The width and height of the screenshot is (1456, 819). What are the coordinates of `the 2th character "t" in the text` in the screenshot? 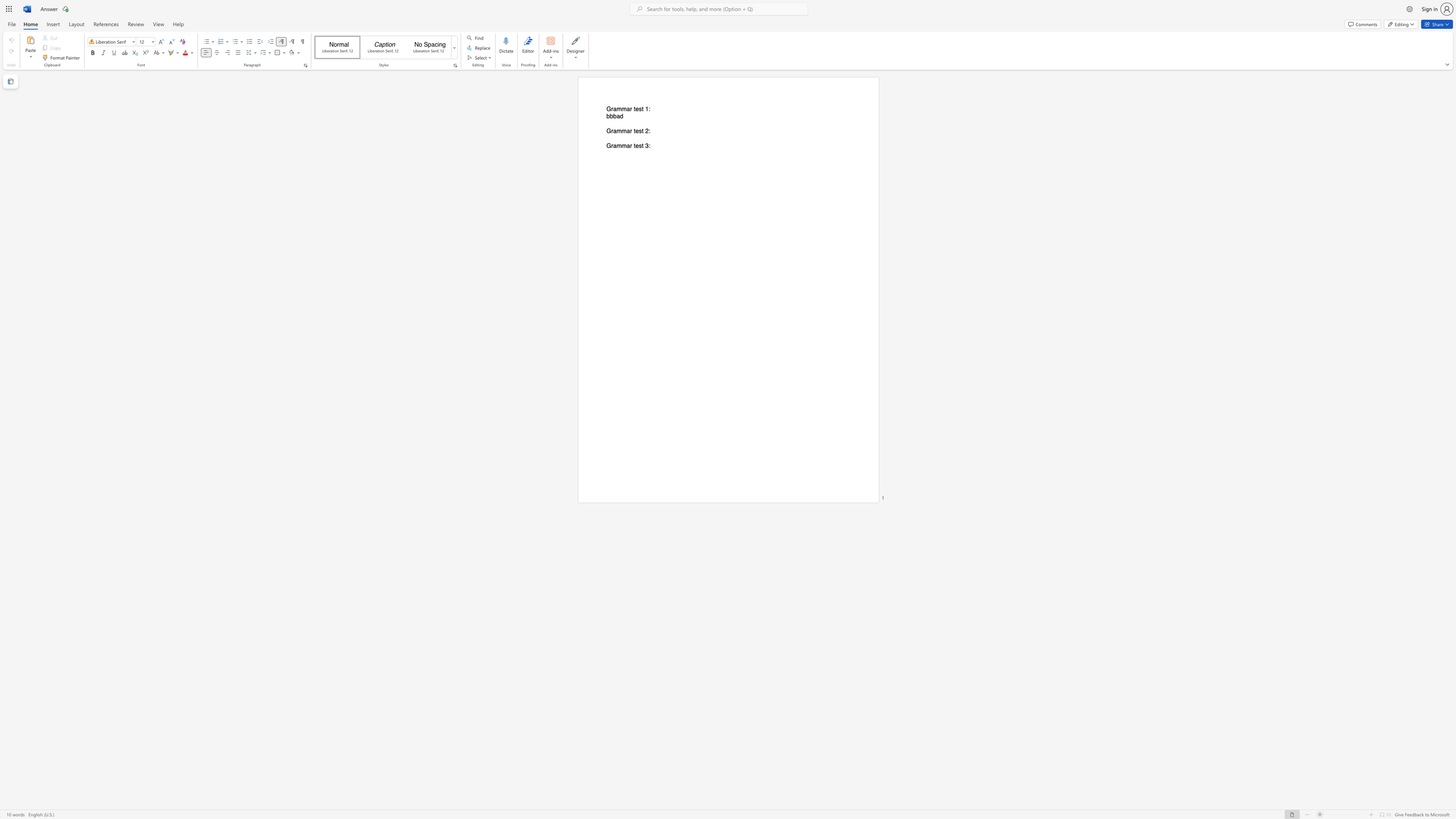 It's located at (642, 146).